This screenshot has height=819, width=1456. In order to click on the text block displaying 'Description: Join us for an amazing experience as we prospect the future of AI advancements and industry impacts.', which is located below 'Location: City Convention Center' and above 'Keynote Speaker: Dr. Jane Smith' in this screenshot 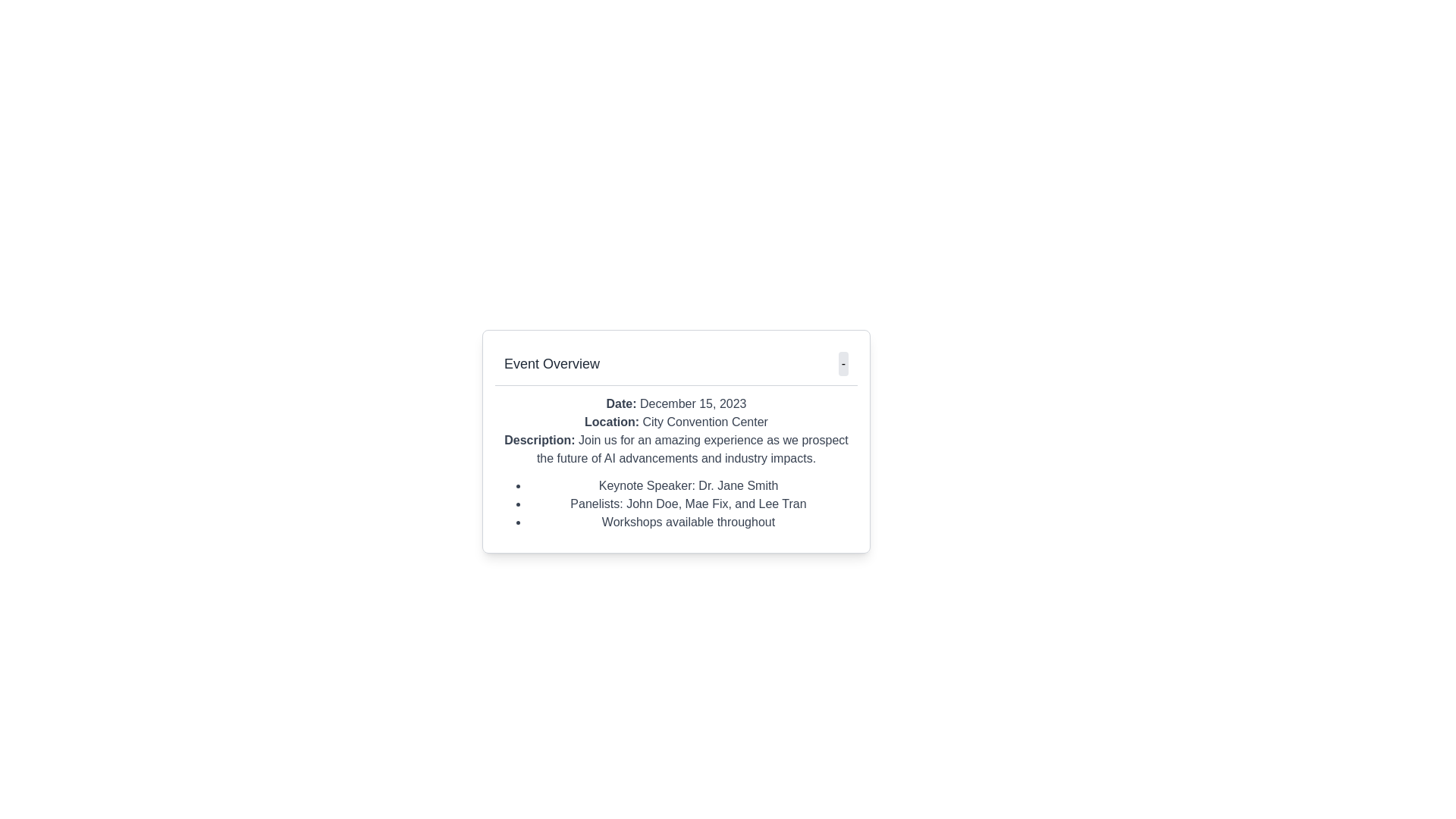, I will do `click(676, 449)`.